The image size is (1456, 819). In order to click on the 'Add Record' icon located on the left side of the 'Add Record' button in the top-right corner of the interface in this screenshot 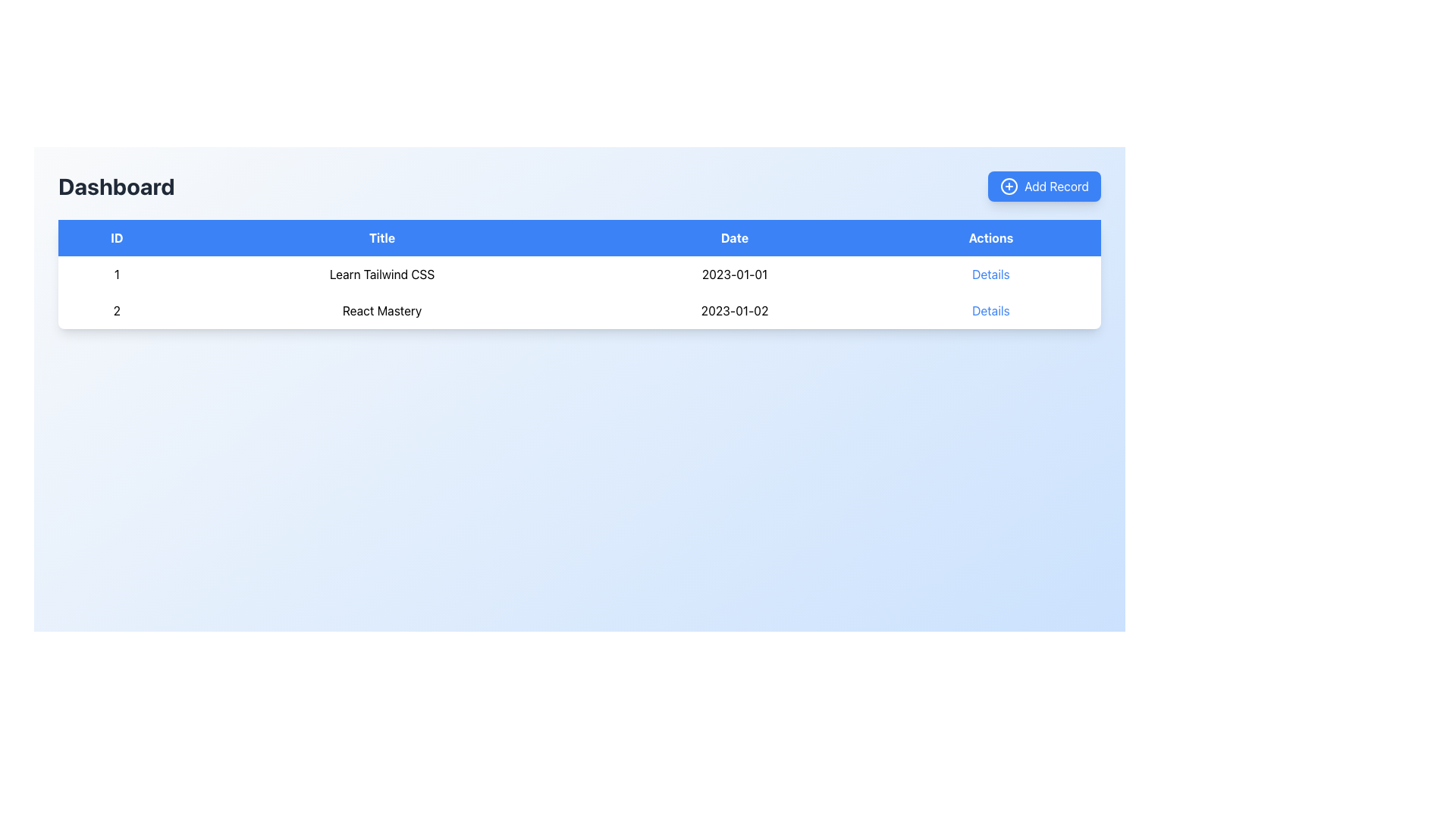, I will do `click(1009, 186)`.